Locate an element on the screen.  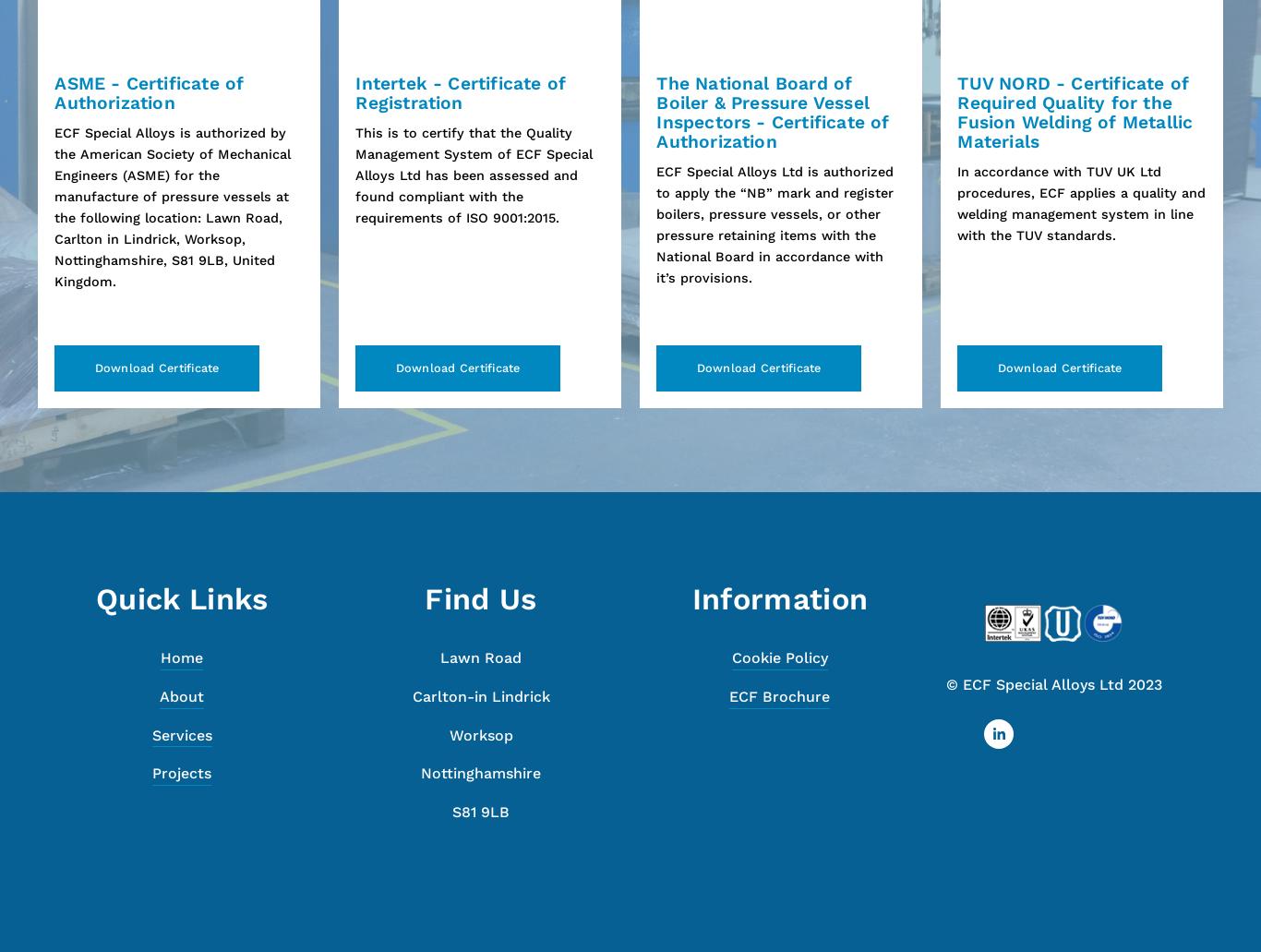
'TUV NORD - Certificate of Required Quality for the Fusion Welding of Metallic Materials' is located at coordinates (1075, 111).